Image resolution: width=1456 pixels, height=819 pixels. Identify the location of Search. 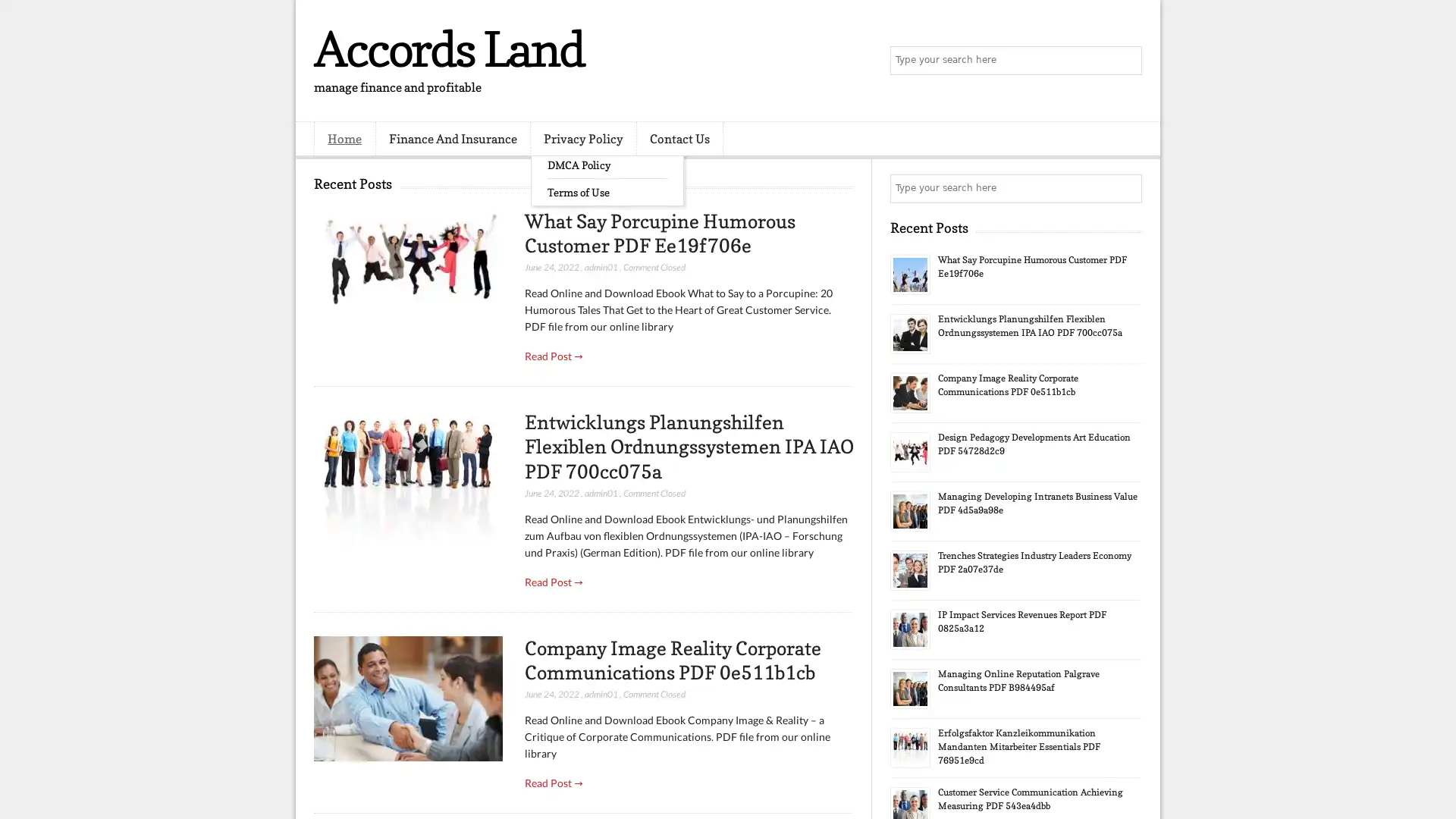
(1126, 188).